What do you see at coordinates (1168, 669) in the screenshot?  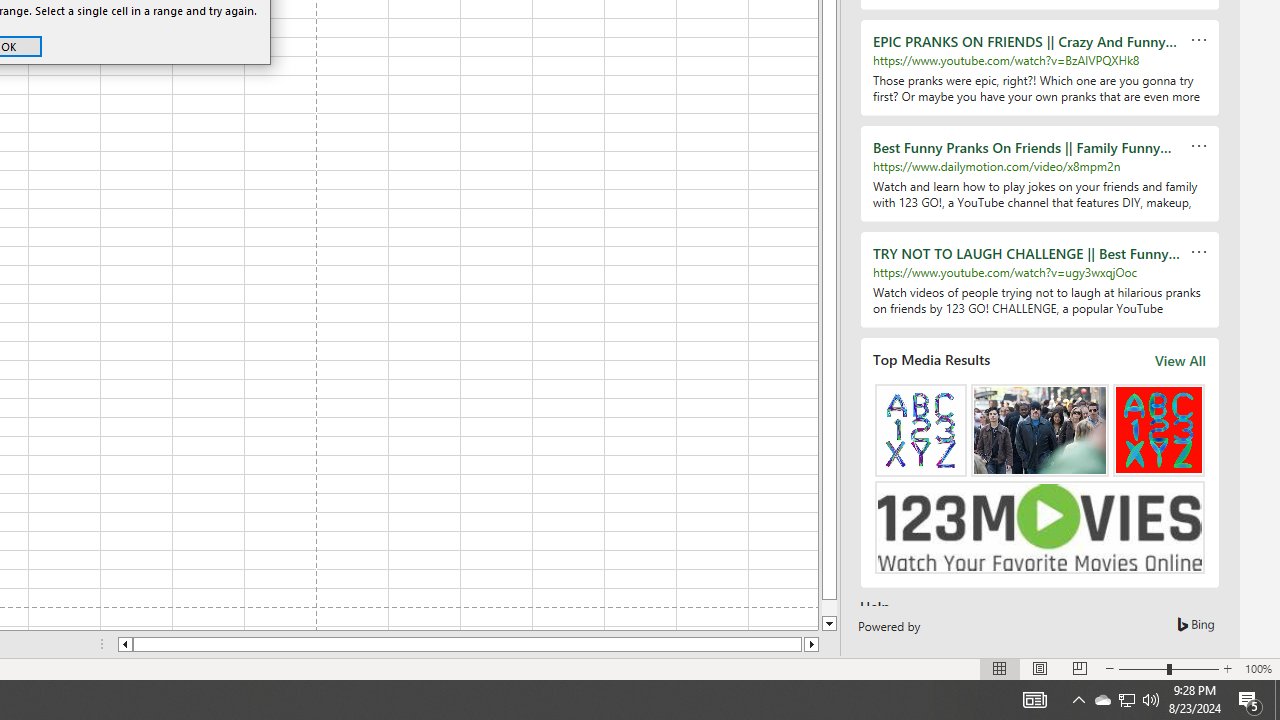 I see `'Zoom'` at bounding box center [1168, 669].